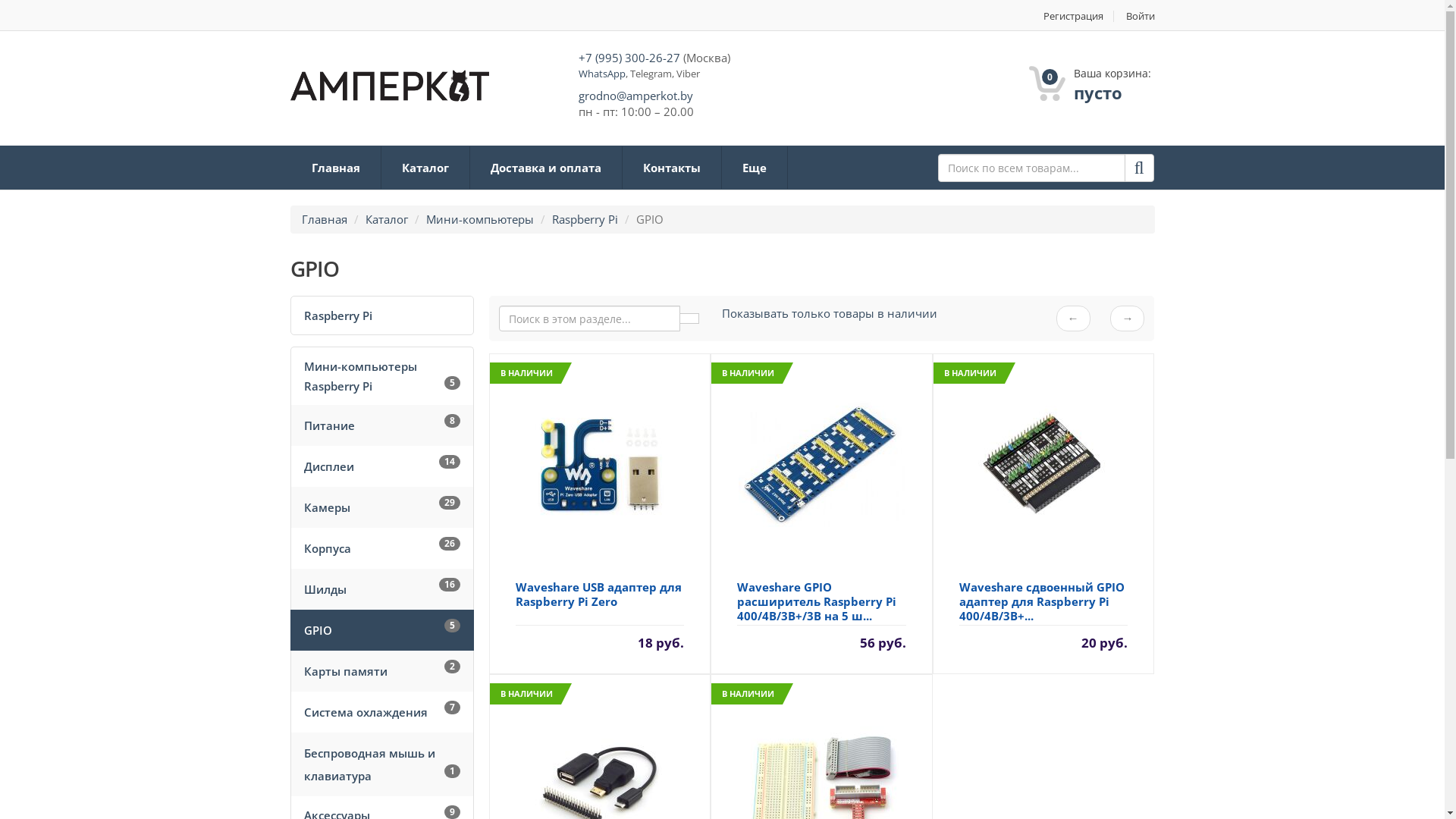  Describe the element at coordinates (600, 73) in the screenshot. I see `'WhatsApp'` at that location.